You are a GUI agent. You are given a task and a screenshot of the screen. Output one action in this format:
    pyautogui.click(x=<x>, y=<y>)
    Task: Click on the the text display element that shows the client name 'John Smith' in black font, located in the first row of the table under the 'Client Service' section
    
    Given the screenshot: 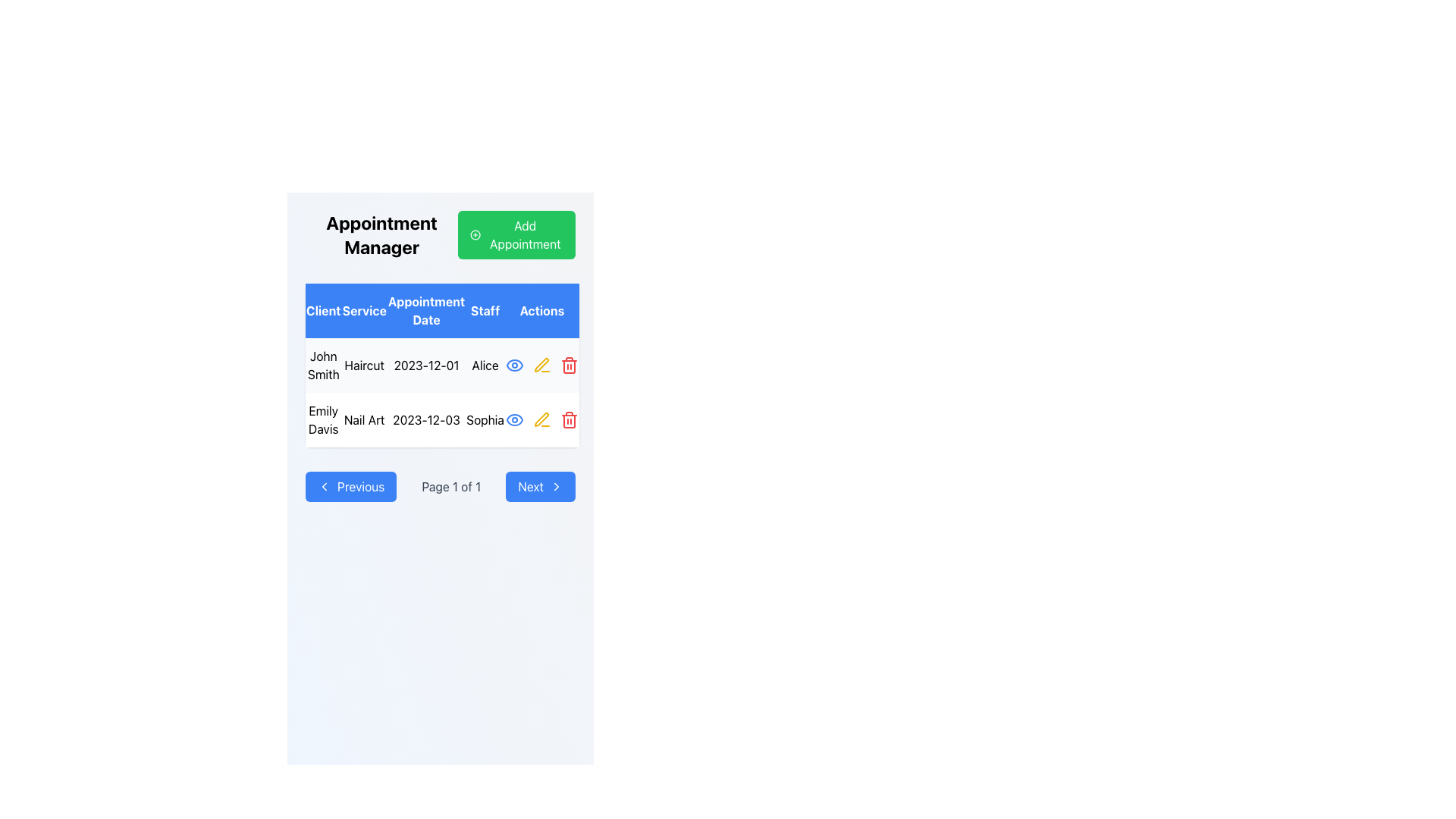 What is the action you would take?
    pyautogui.click(x=322, y=366)
    